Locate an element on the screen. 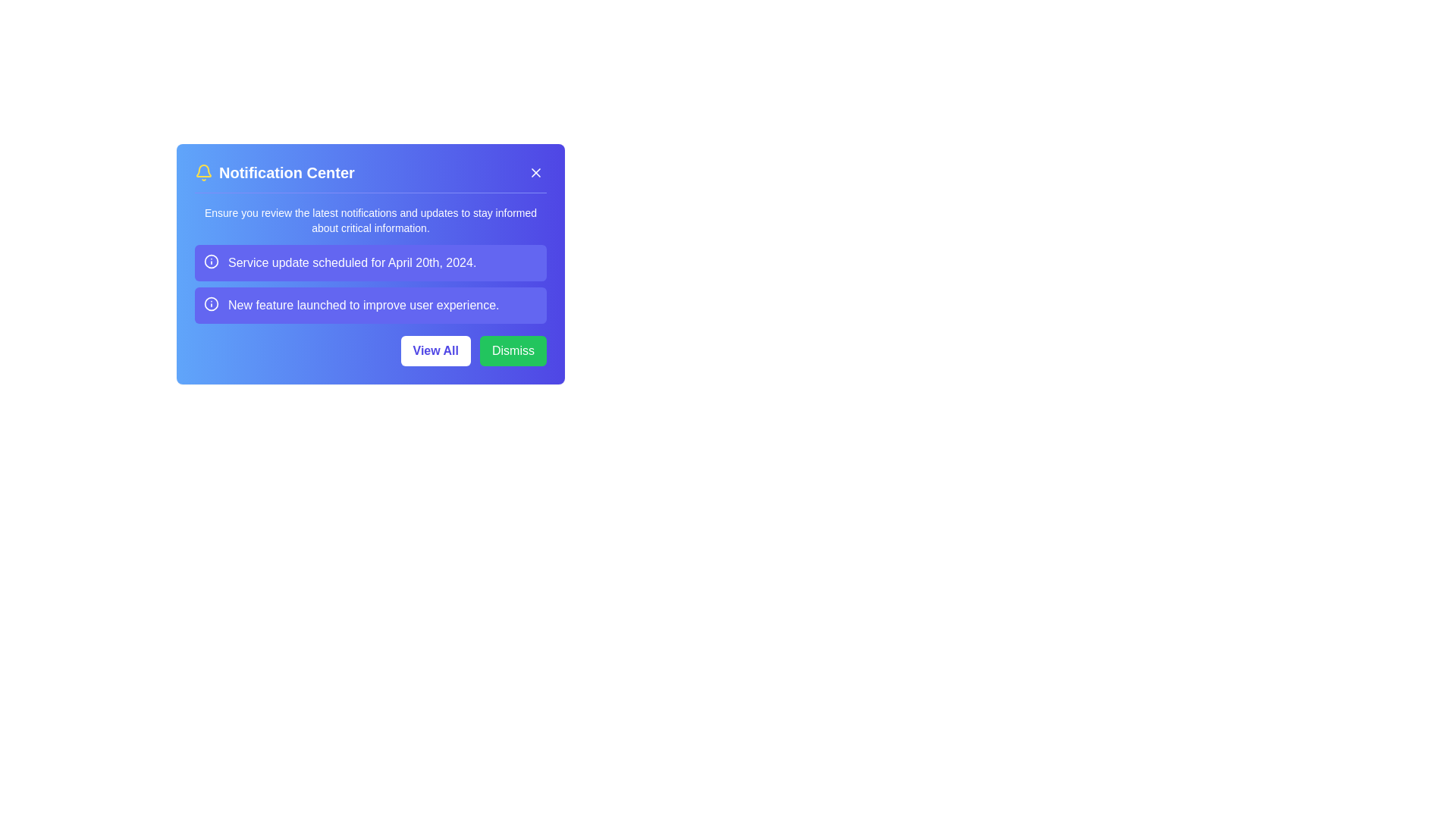  the dismiss button located in the bottom-right section of the notification card to observe any hover effects is located at coordinates (513, 350).